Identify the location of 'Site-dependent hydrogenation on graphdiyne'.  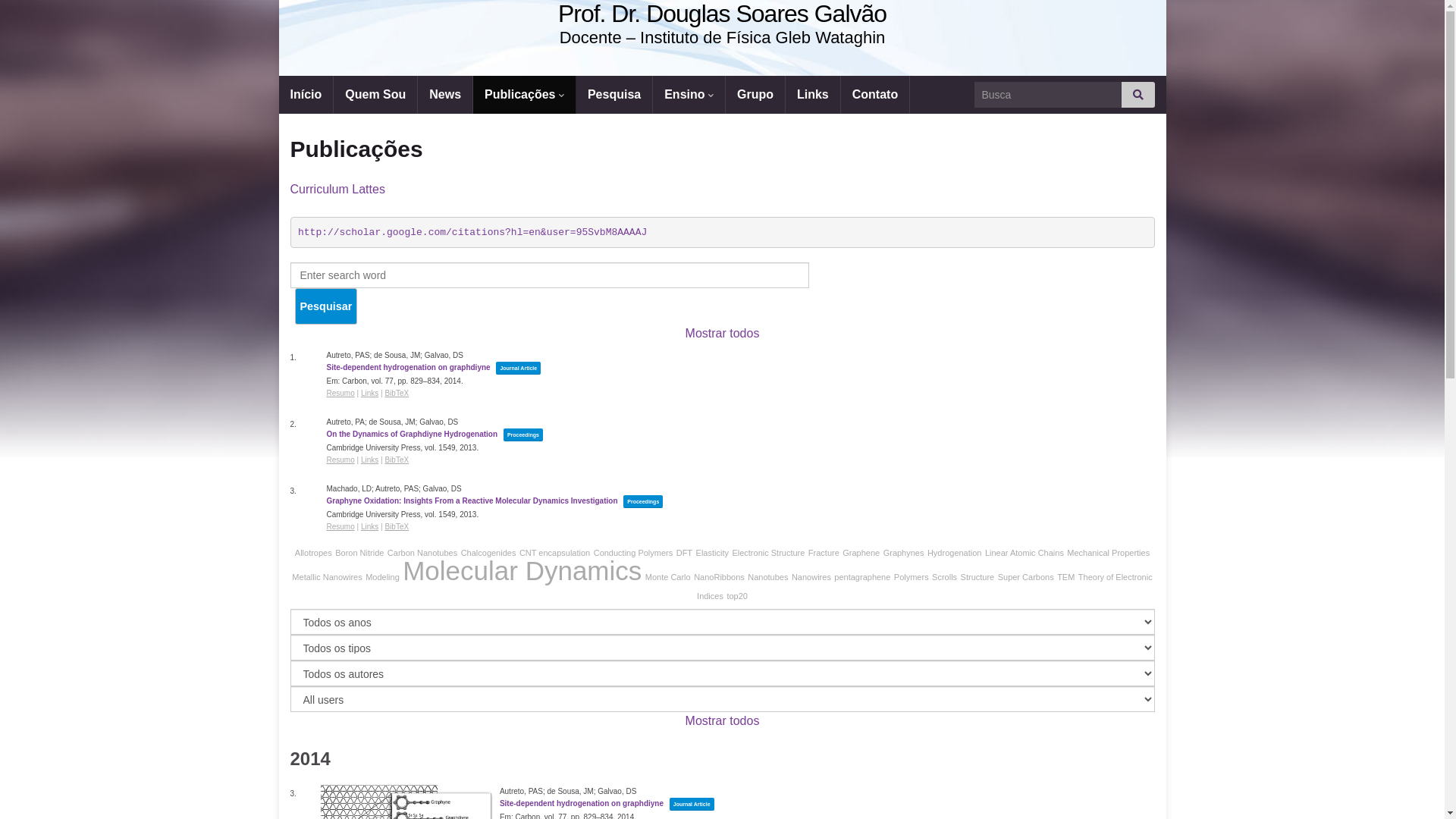
(407, 367).